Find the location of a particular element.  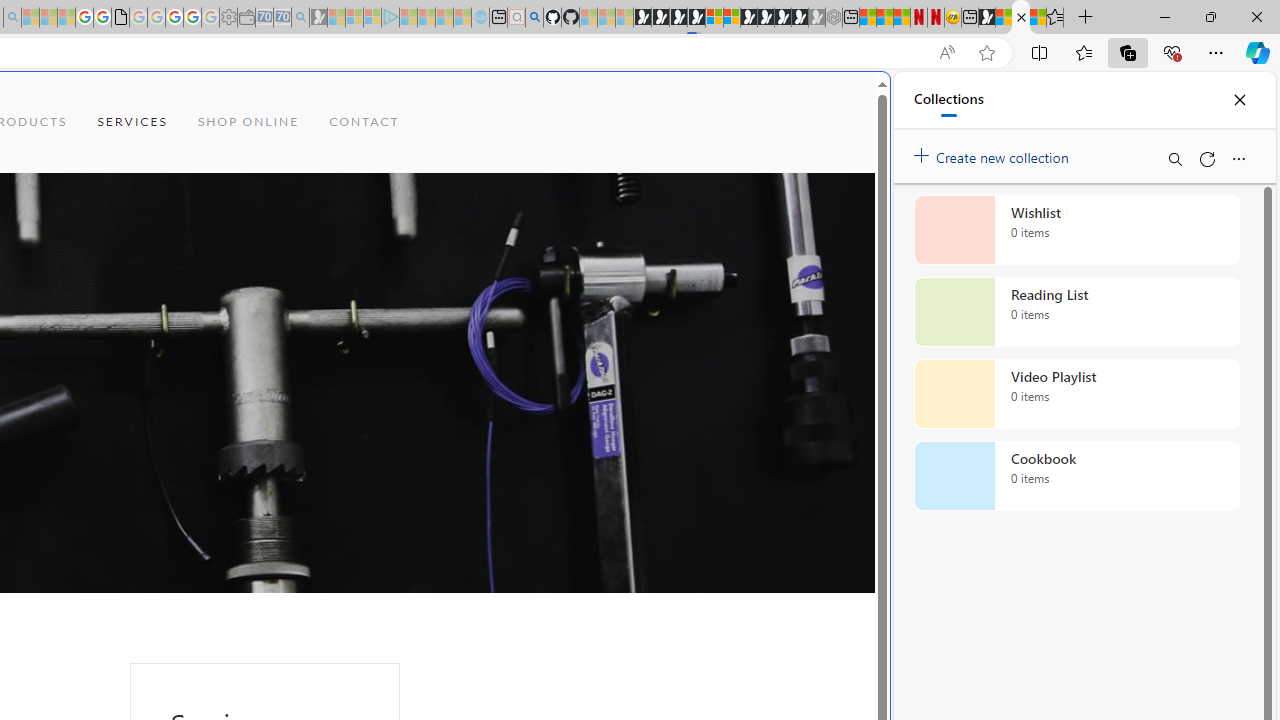

'CONTACT' is located at coordinates (364, 122).